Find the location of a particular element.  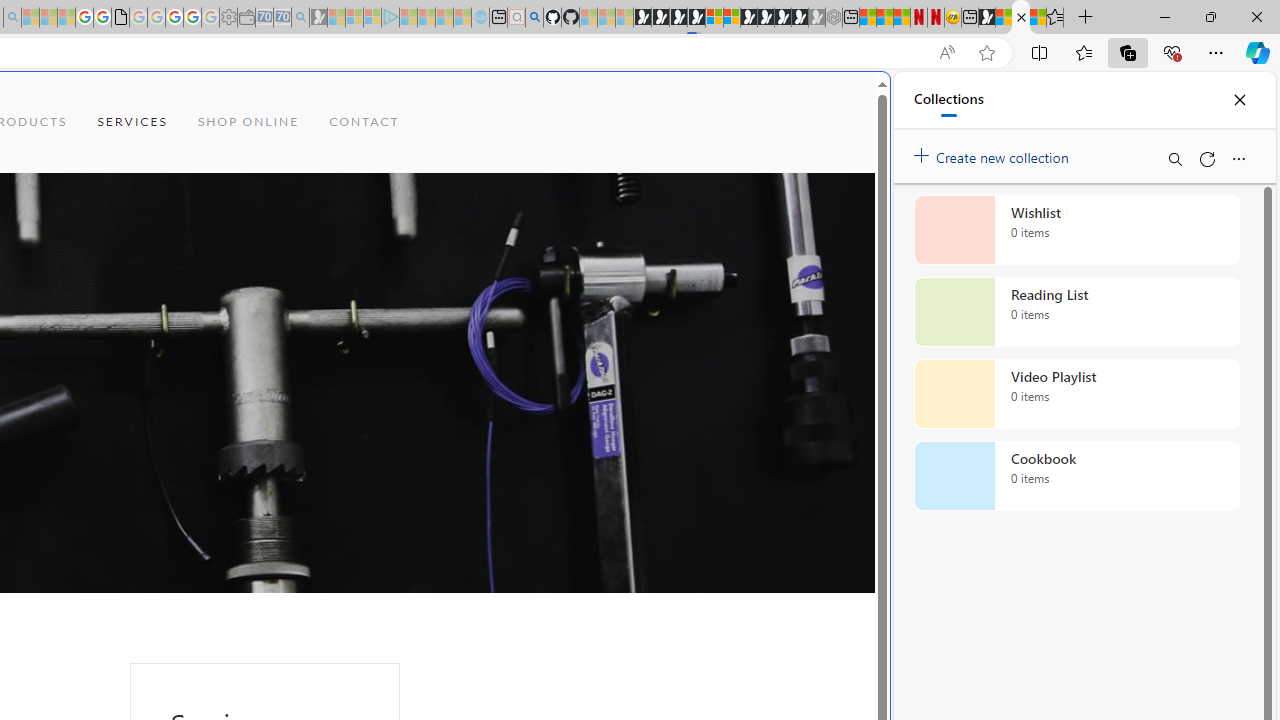

'CONTACT' is located at coordinates (364, 122).